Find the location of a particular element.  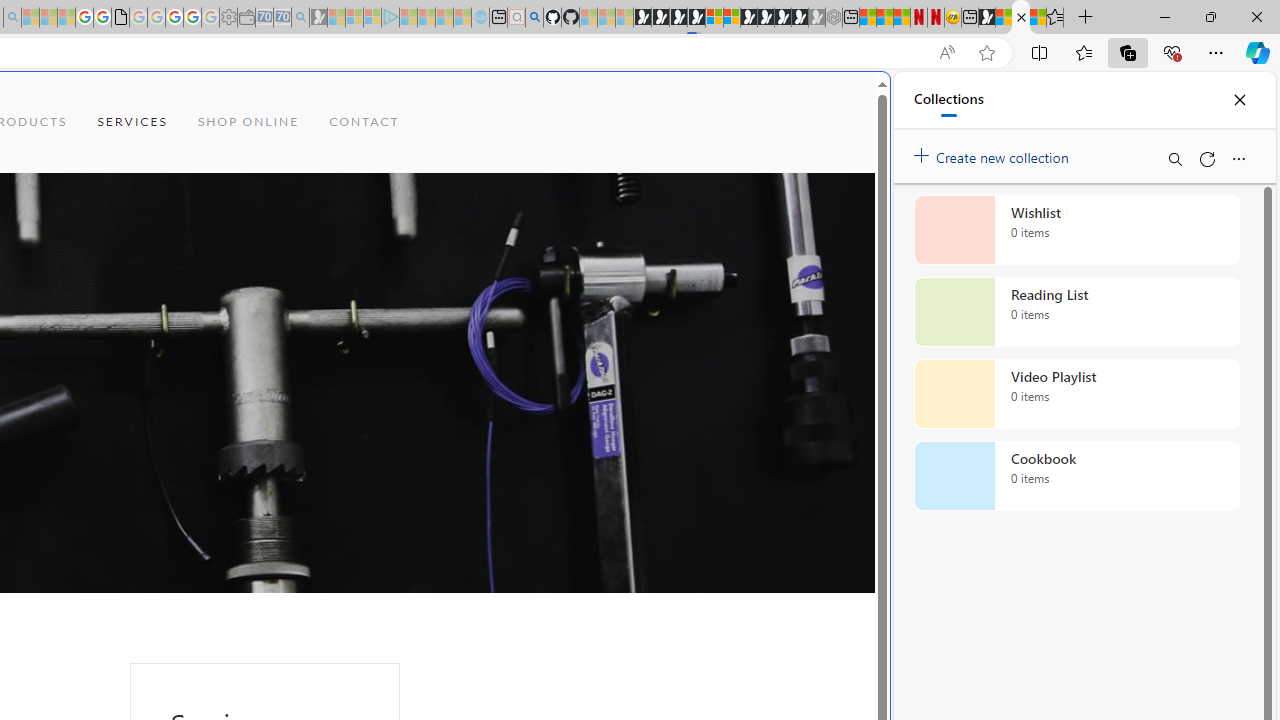

'CONTACT' is located at coordinates (364, 122).